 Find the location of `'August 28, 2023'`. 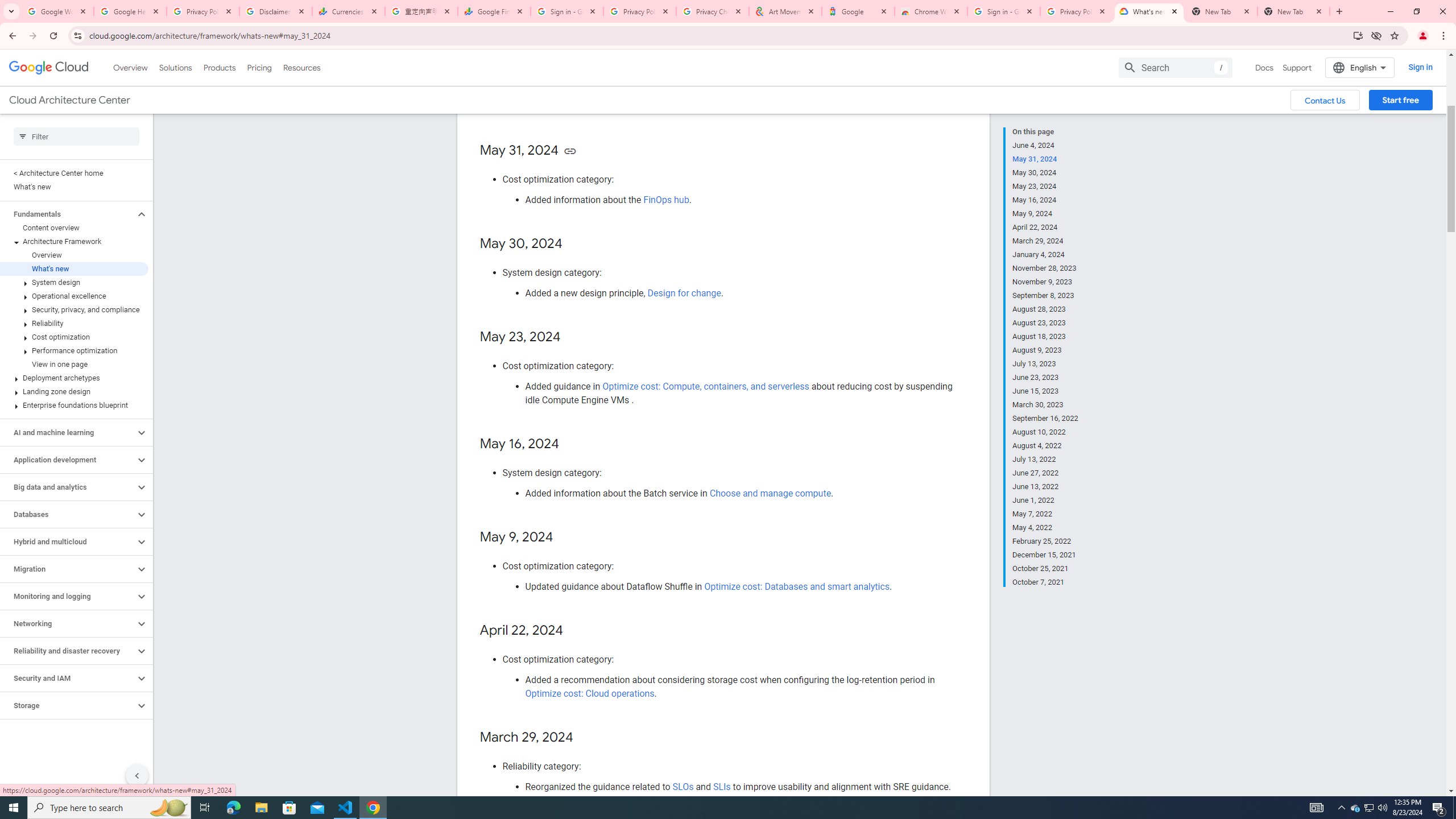

'August 28, 2023' is located at coordinates (1045, 309).